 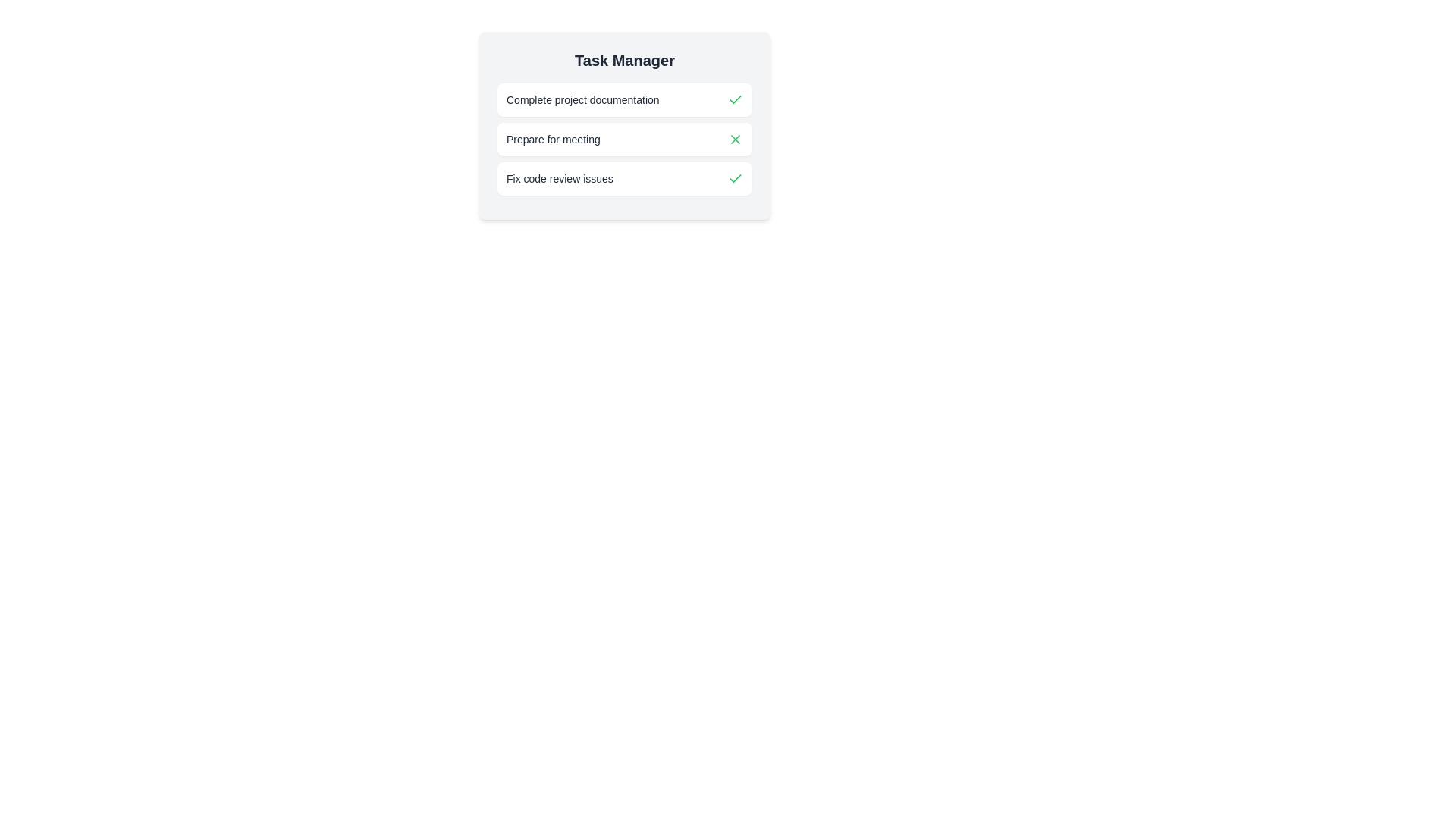 What do you see at coordinates (559, 177) in the screenshot?
I see `text label that says 'Fix code review issues' to understand the task description in the task management interface` at bounding box center [559, 177].